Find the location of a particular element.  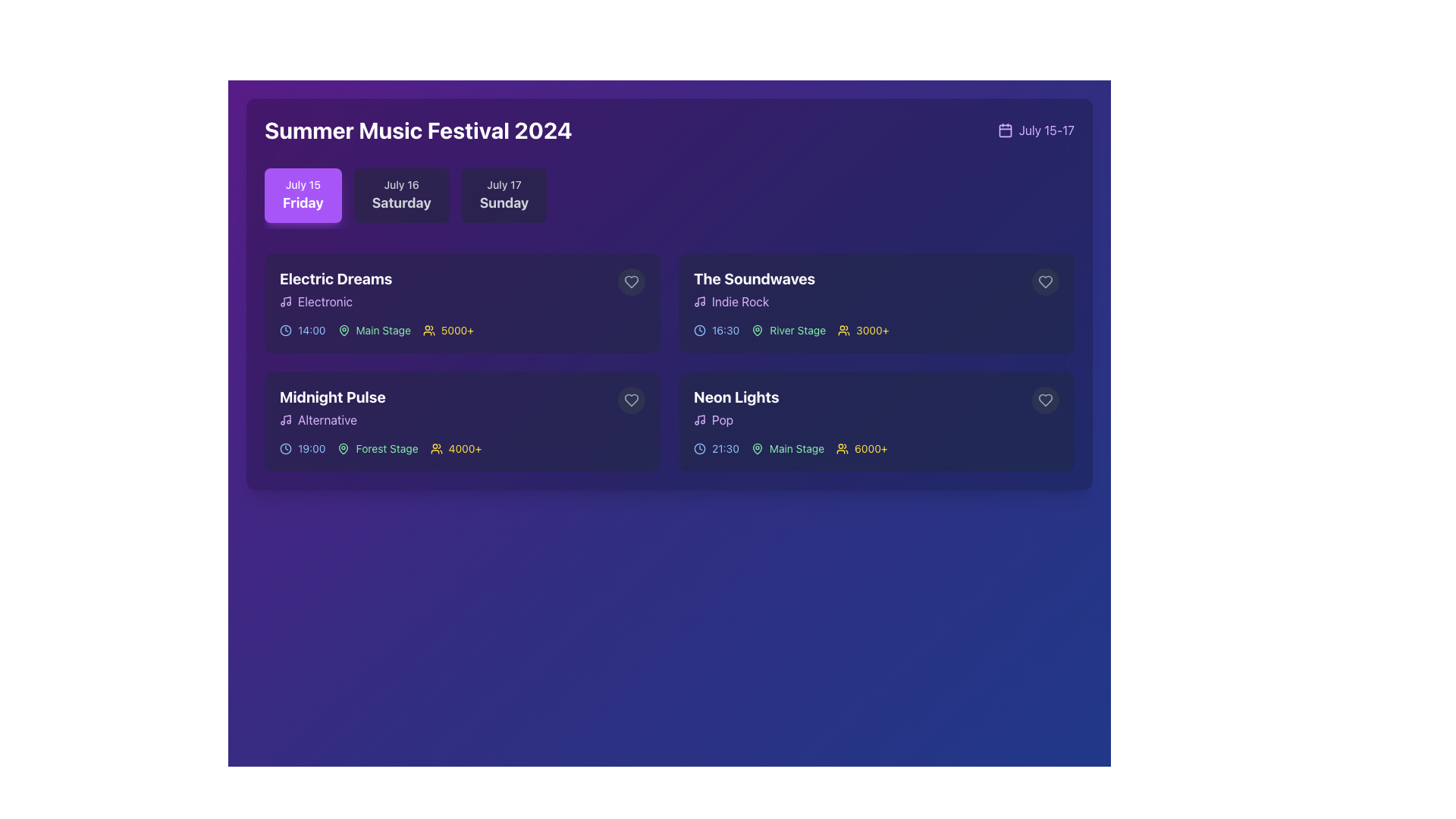

the map pin icon with a green outline located to the left of the 'Forest Stage' text in the details section of the 'Midnight Pulse' event card is located at coordinates (343, 447).